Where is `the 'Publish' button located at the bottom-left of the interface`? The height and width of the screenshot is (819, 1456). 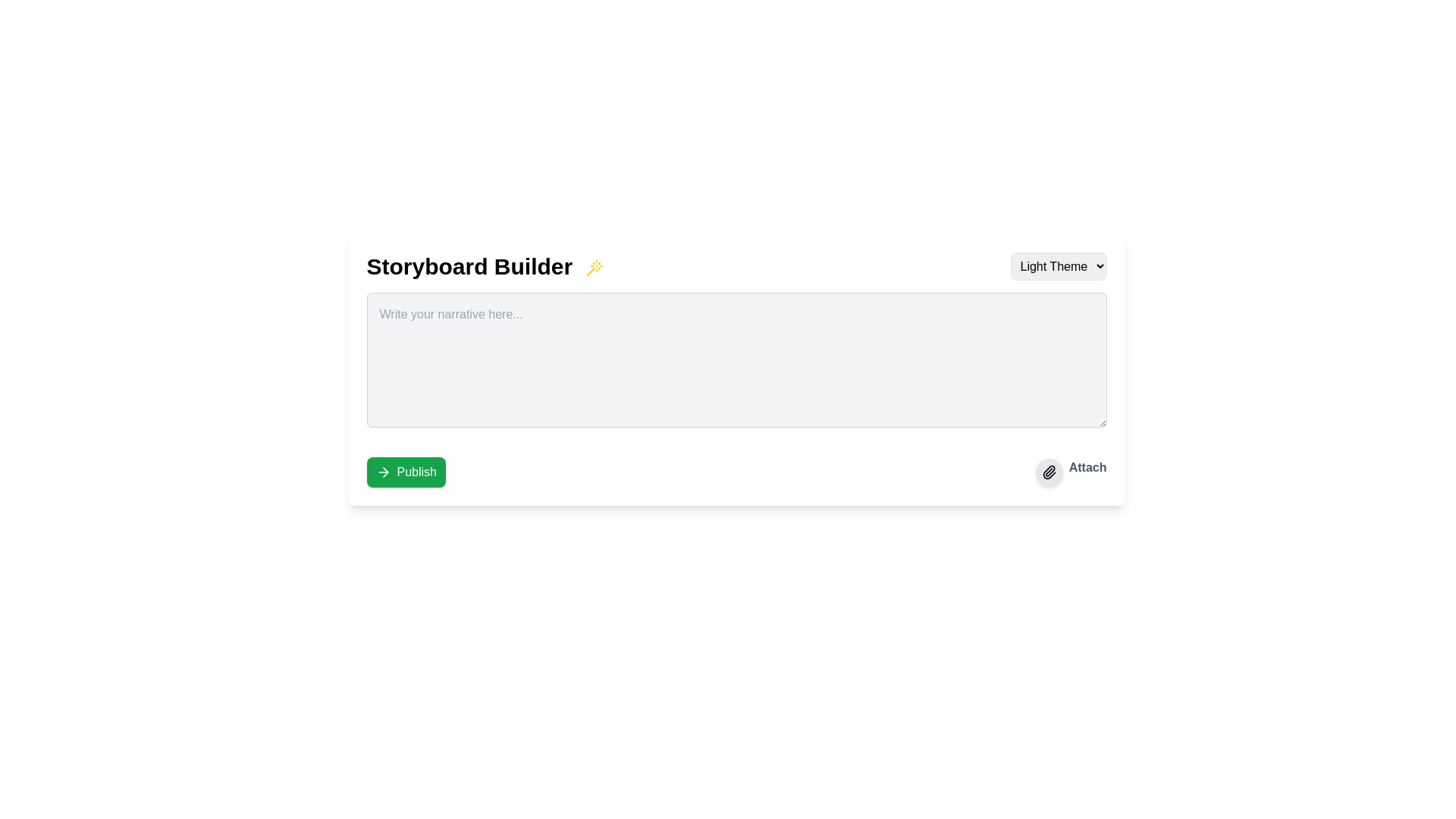 the 'Publish' button located at the bottom-left of the interface is located at coordinates (406, 472).